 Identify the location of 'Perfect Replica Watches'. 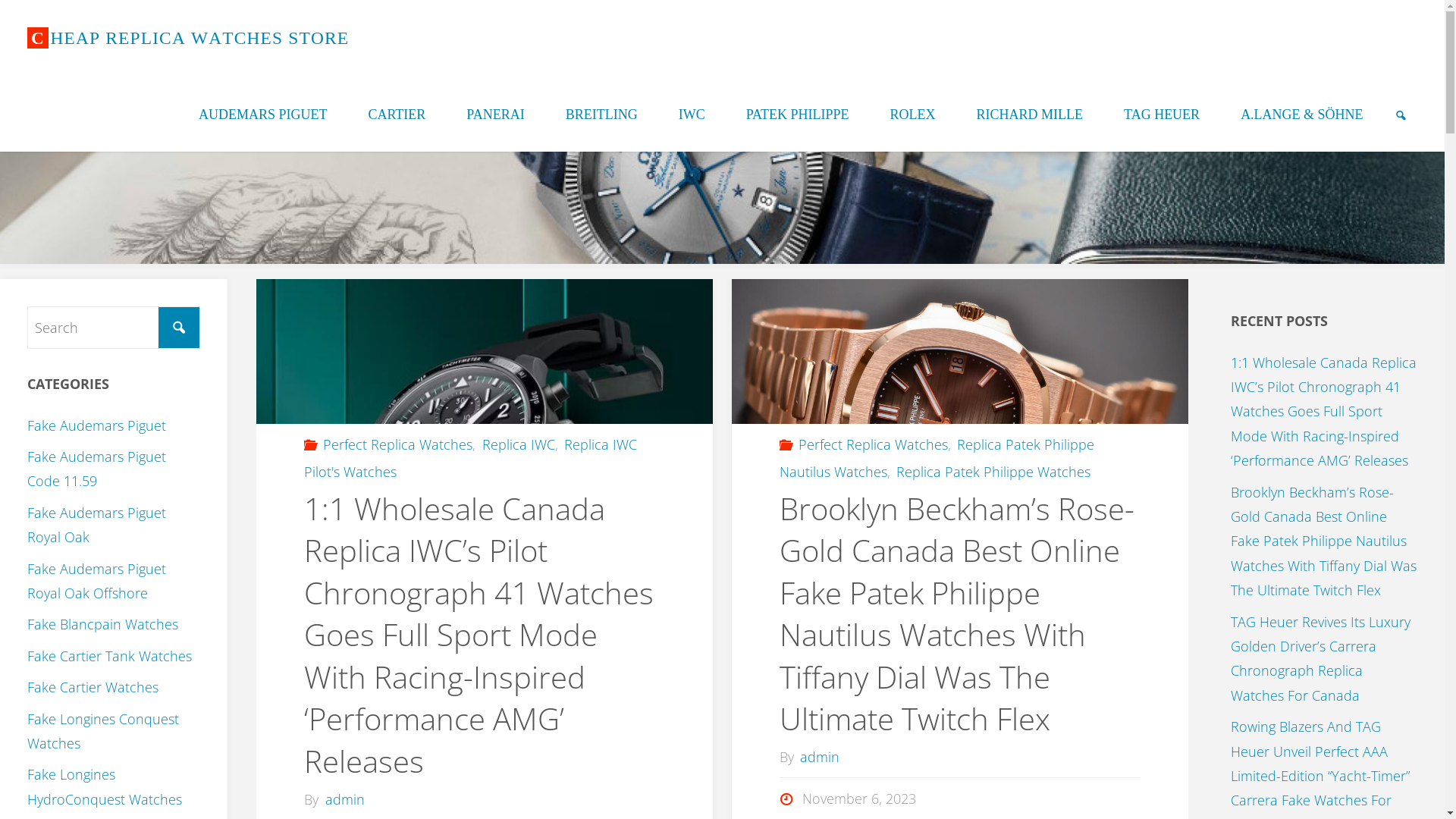
(795, 444).